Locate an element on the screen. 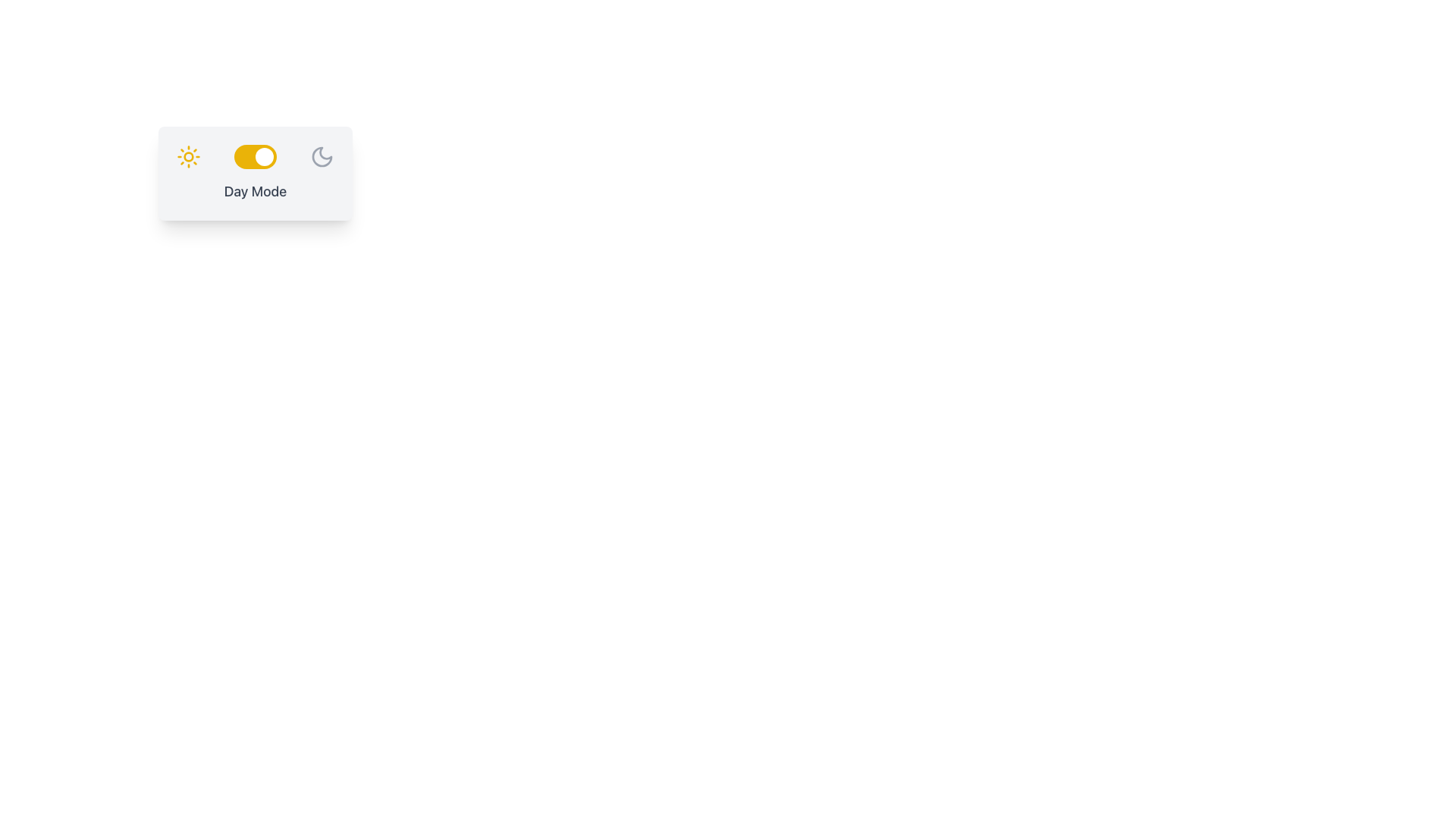  text content of the 'Day Mode' label, which is a medium-sized gray text located centrally under a toggle switch in a card interface is located at coordinates (255, 191).